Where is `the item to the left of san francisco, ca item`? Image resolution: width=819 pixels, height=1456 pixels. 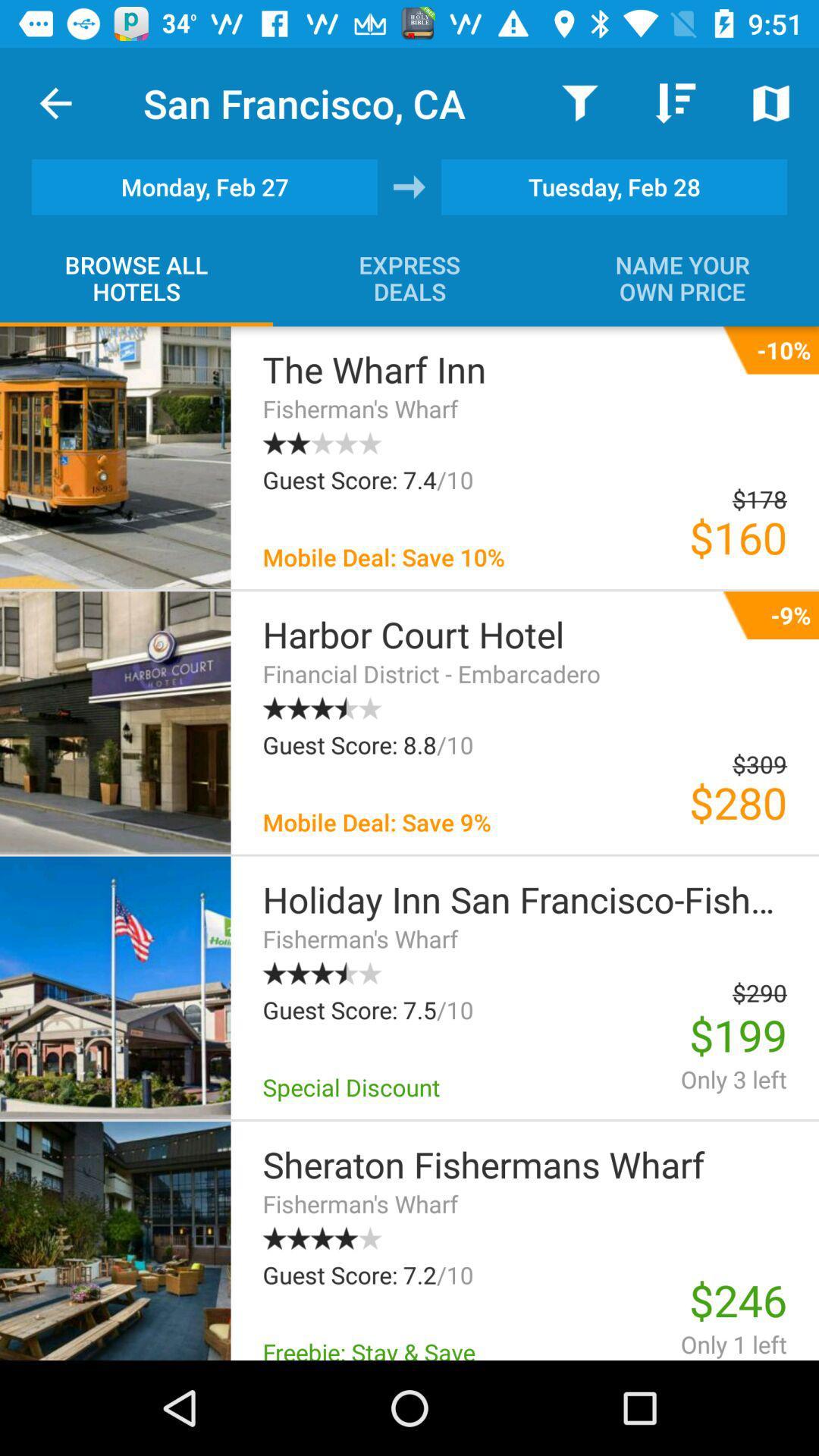
the item to the left of san francisco, ca item is located at coordinates (55, 102).